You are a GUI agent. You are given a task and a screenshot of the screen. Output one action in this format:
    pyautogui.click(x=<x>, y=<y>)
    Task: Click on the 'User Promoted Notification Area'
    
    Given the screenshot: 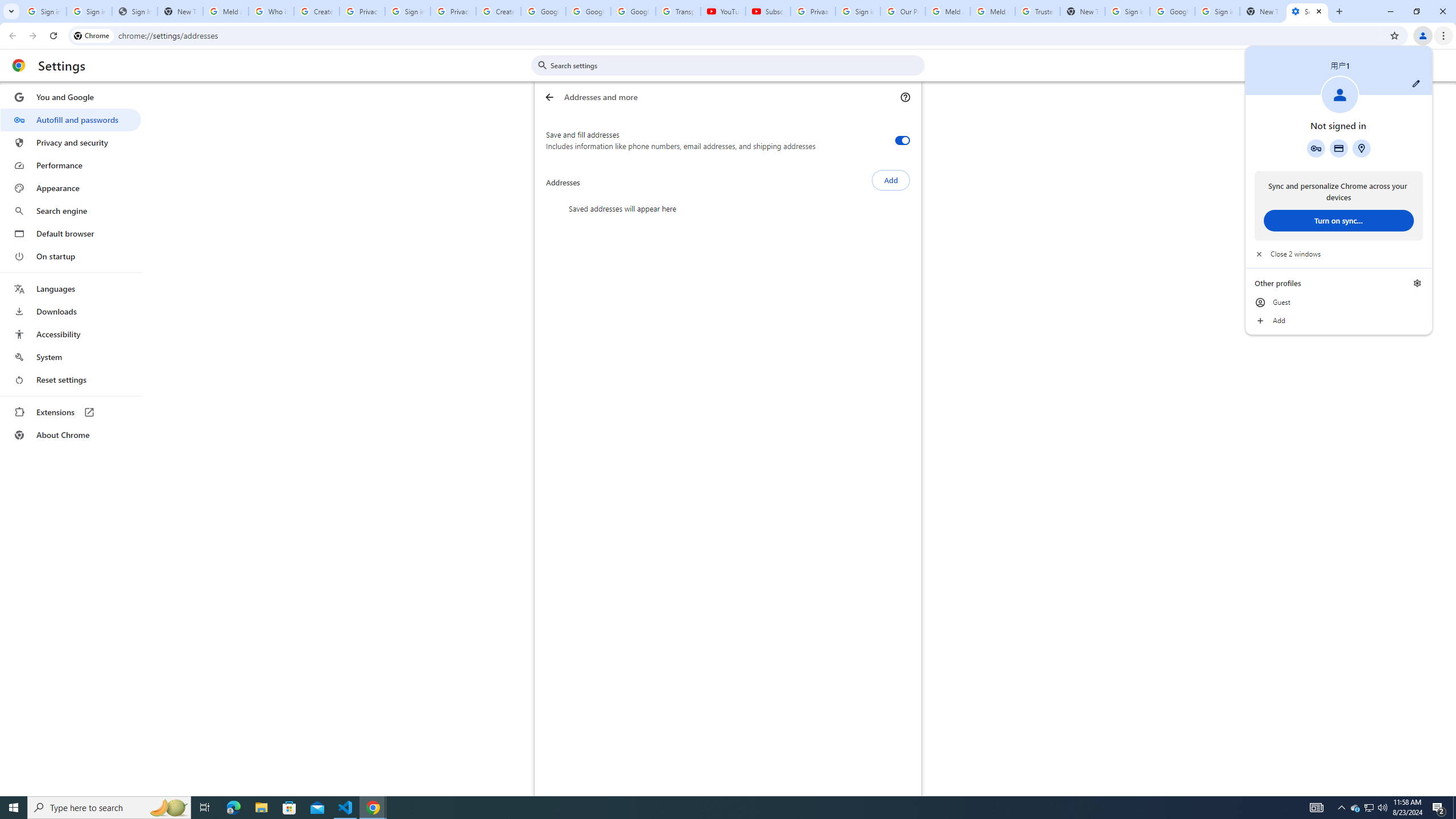 What is the action you would take?
    pyautogui.click(x=1368, y=806)
    